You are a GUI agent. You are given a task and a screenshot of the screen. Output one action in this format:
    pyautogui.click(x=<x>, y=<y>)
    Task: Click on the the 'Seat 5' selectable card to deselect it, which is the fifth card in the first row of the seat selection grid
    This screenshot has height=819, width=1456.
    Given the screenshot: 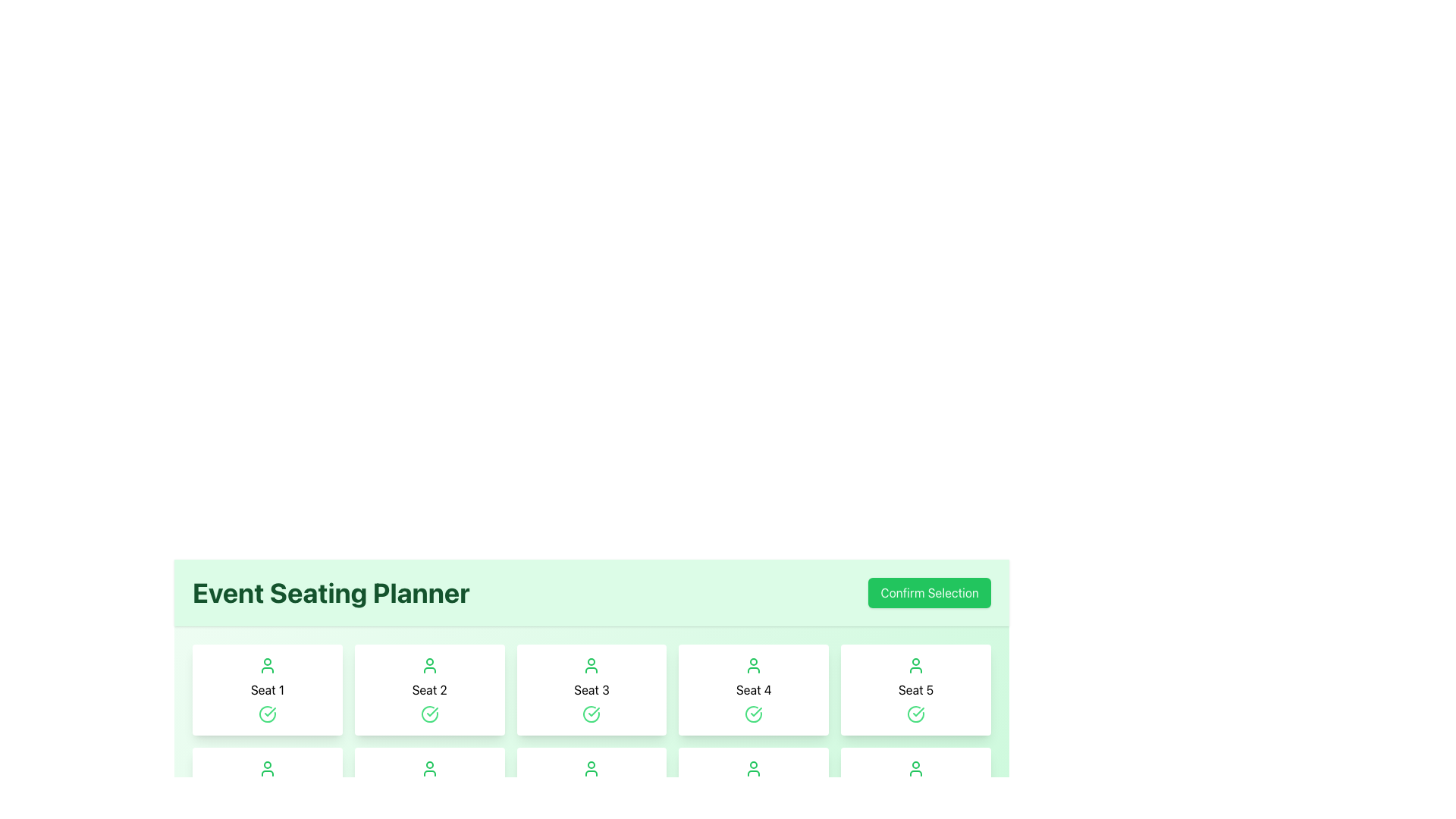 What is the action you would take?
    pyautogui.click(x=915, y=690)
    